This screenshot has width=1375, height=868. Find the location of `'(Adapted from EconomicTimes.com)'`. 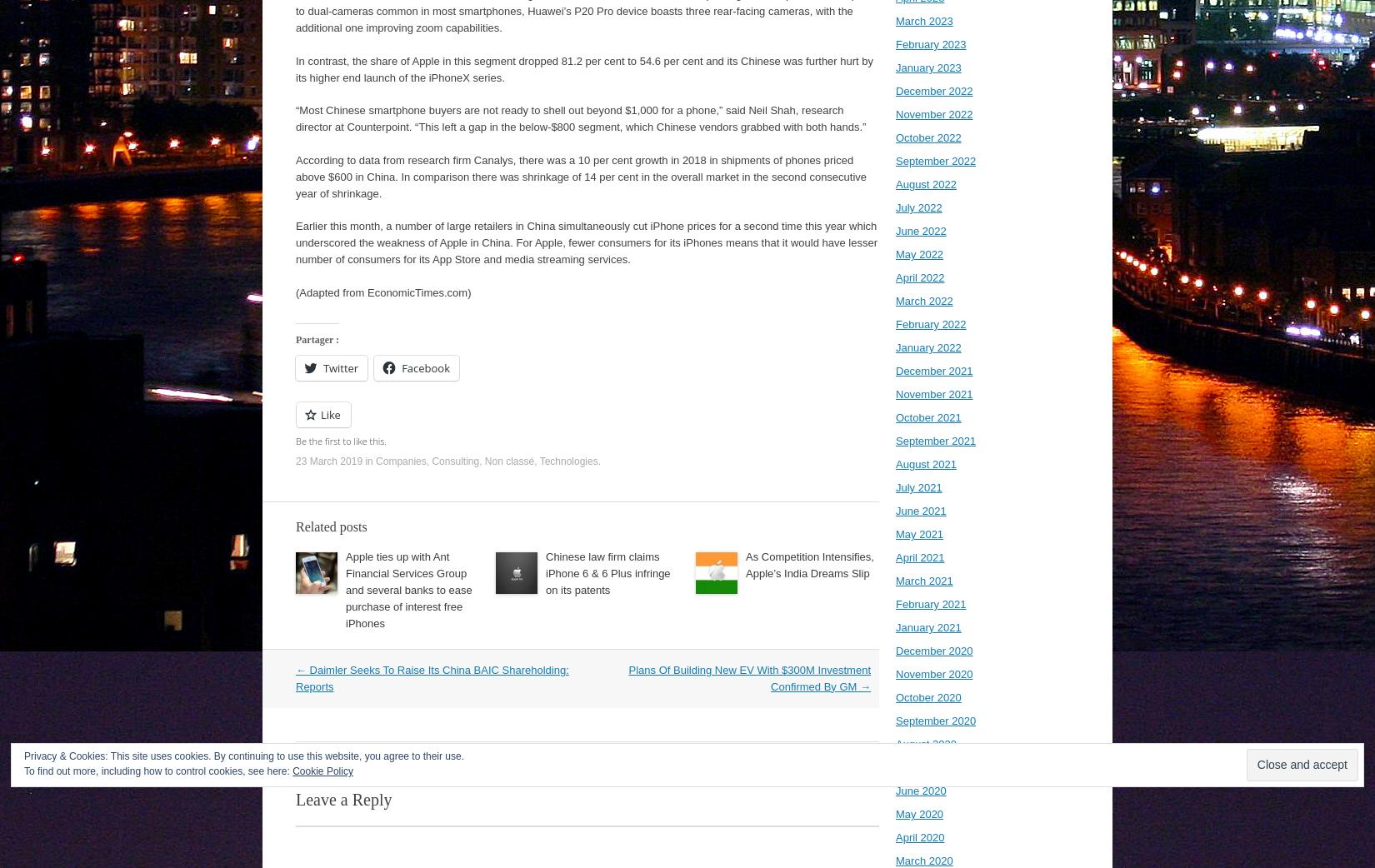

'(Adapted from EconomicTimes.com)' is located at coordinates (296, 291).